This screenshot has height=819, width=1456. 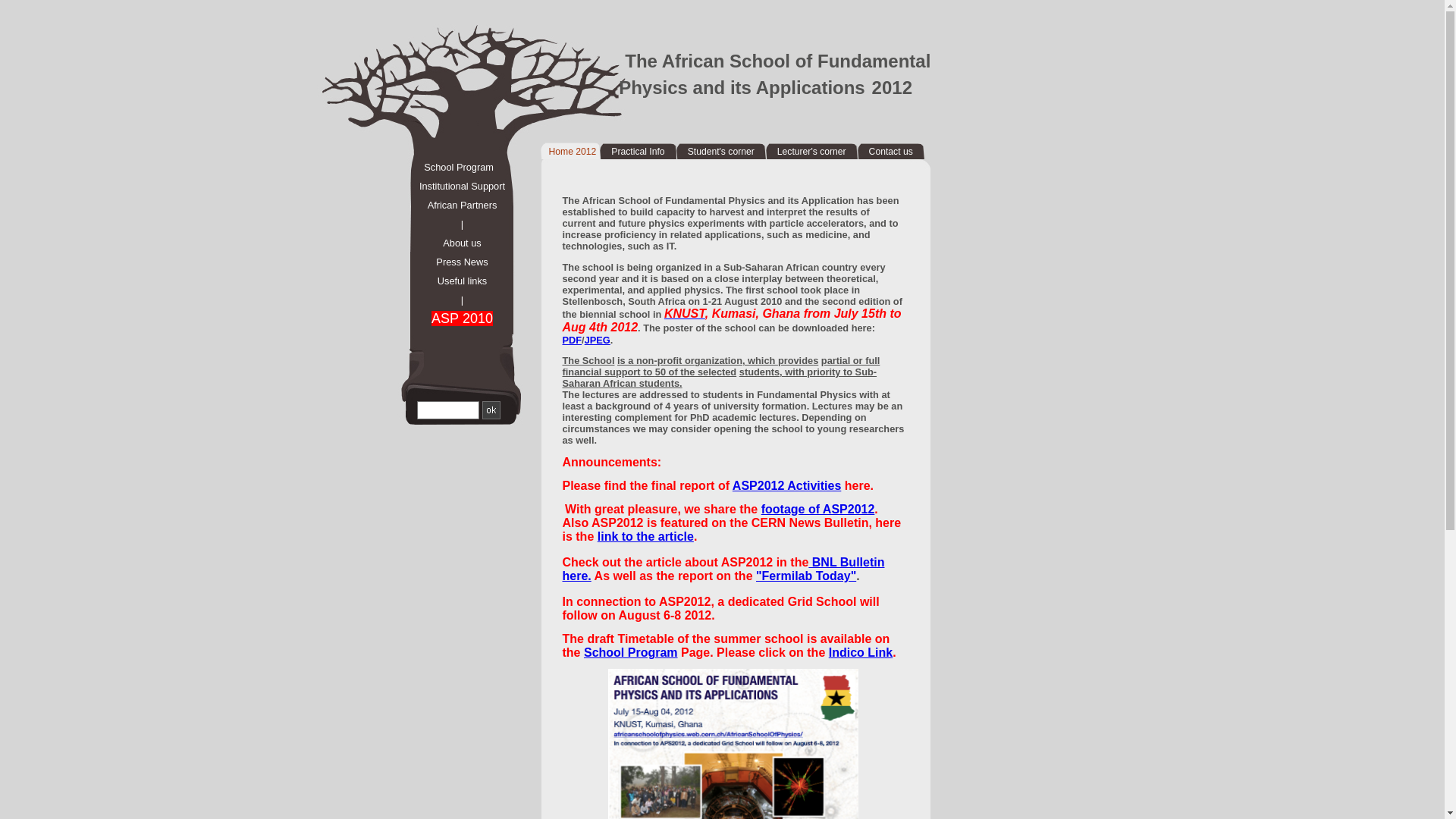 What do you see at coordinates (742, 87) in the screenshot?
I see `'Physics and its Applications'` at bounding box center [742, 87].